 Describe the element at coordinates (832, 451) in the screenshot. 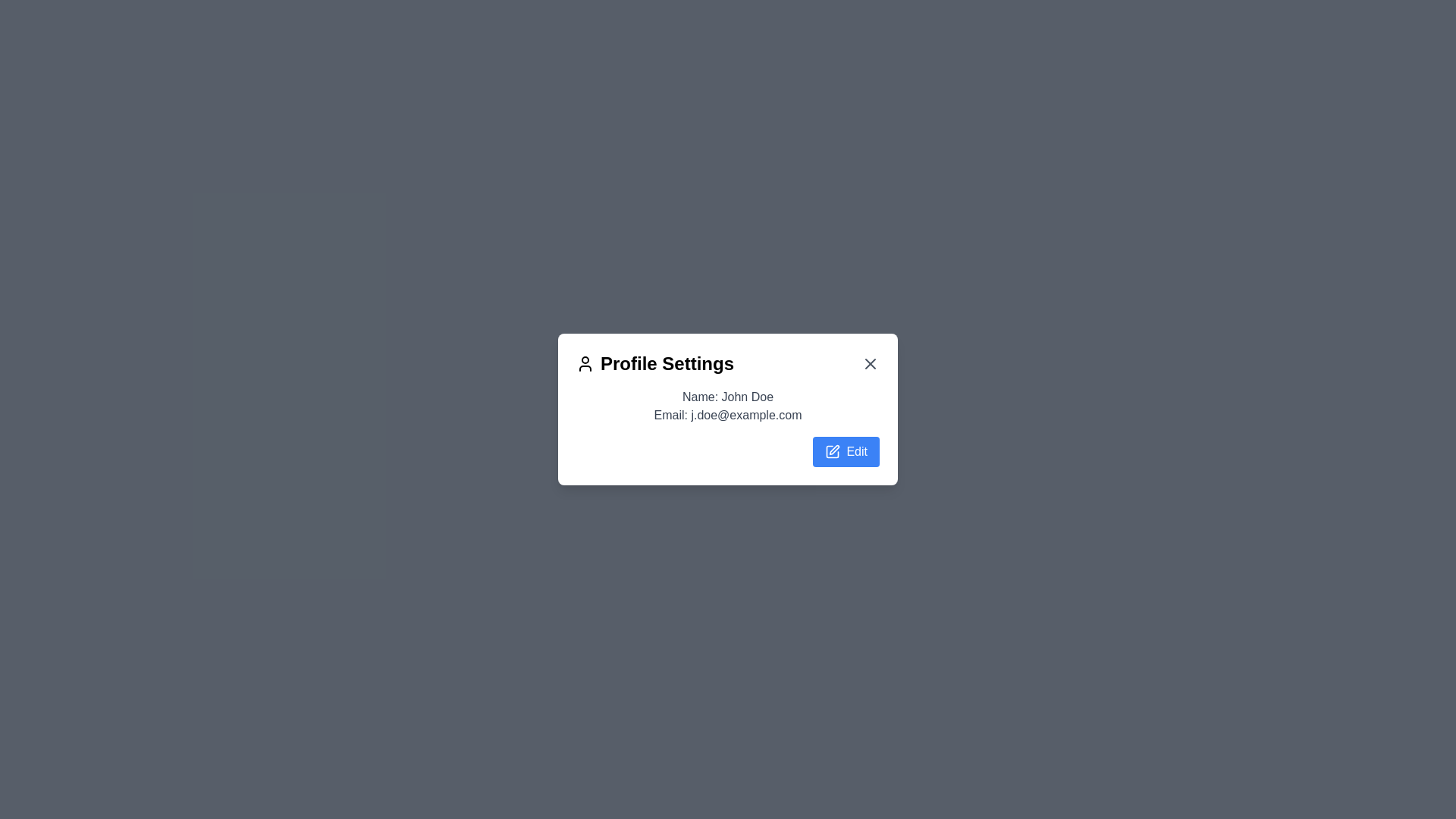

I see `the 'Edit' button icon, which serves as a visual indicator for editing Profile Settings` at that location.